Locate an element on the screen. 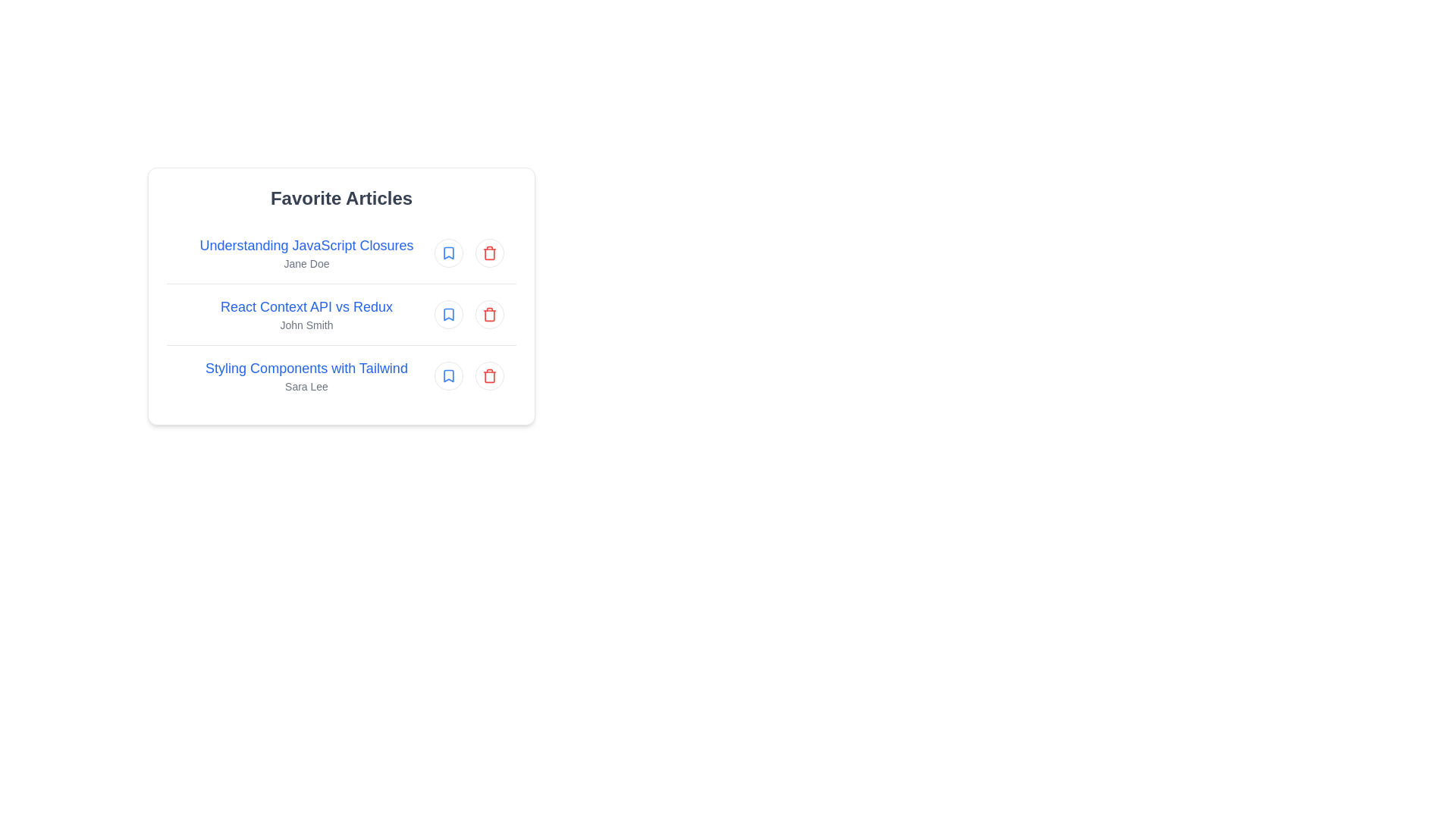 This screenshot has height=819, width=1456. the delete icon for the article titled Understanding JavaScript Closures is located at coordinates (490, 253).